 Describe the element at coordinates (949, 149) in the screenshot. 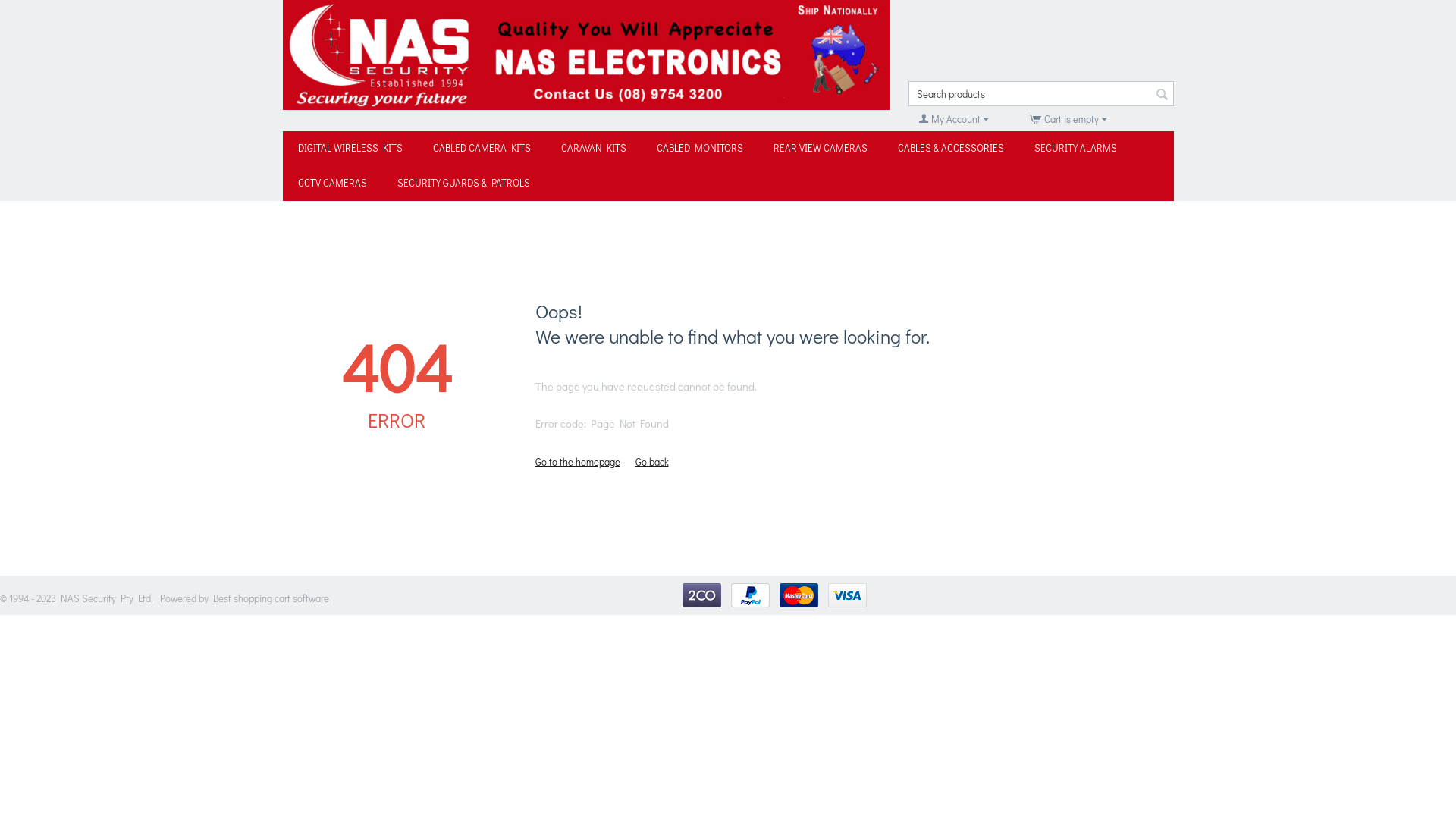

I see `'CABLES & ACCESSORIES'` at that location.